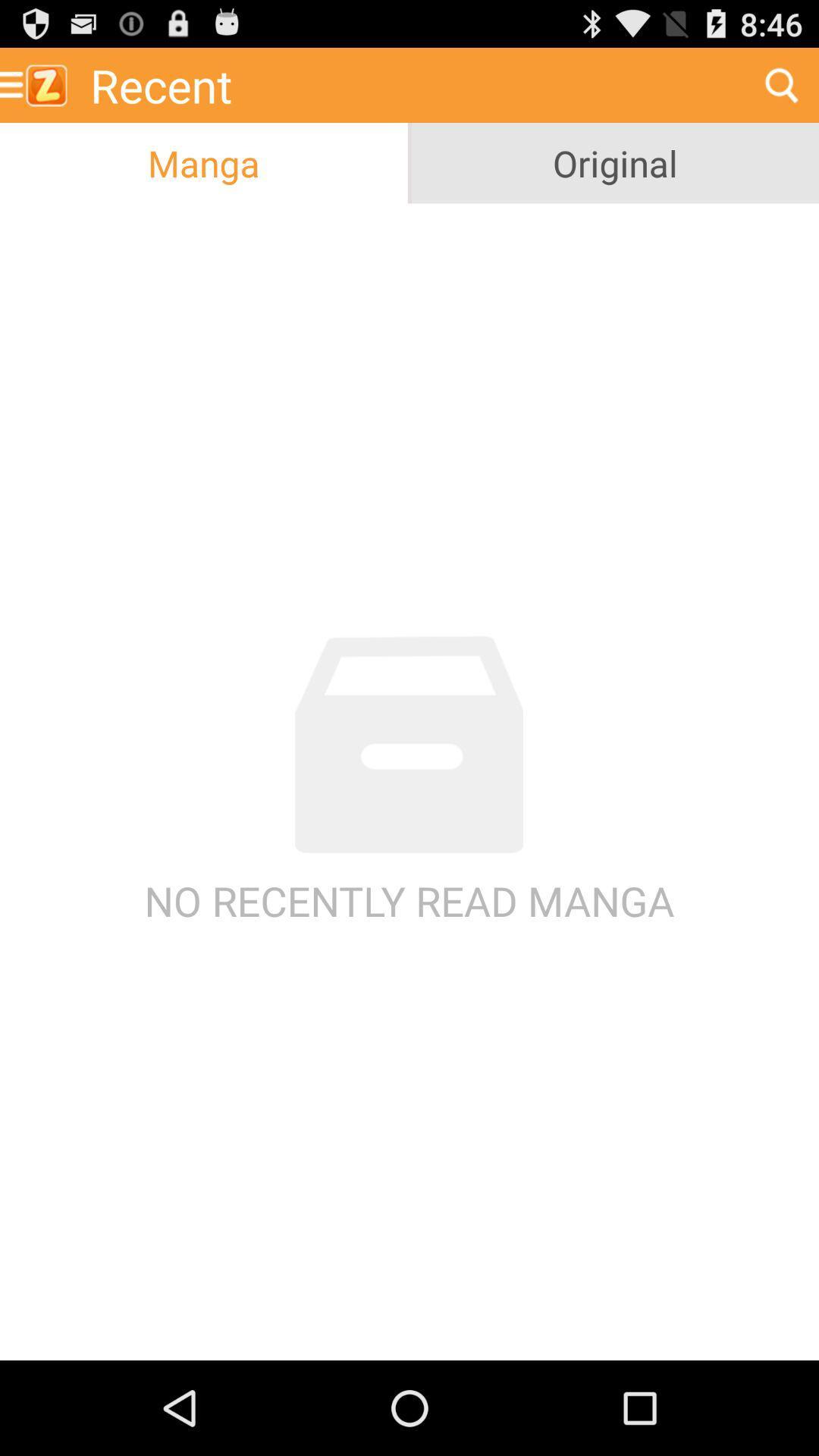 The width and height of the screenshot is (819, 1456). I want to click on icon to the left of recent item, so click(39, 84).